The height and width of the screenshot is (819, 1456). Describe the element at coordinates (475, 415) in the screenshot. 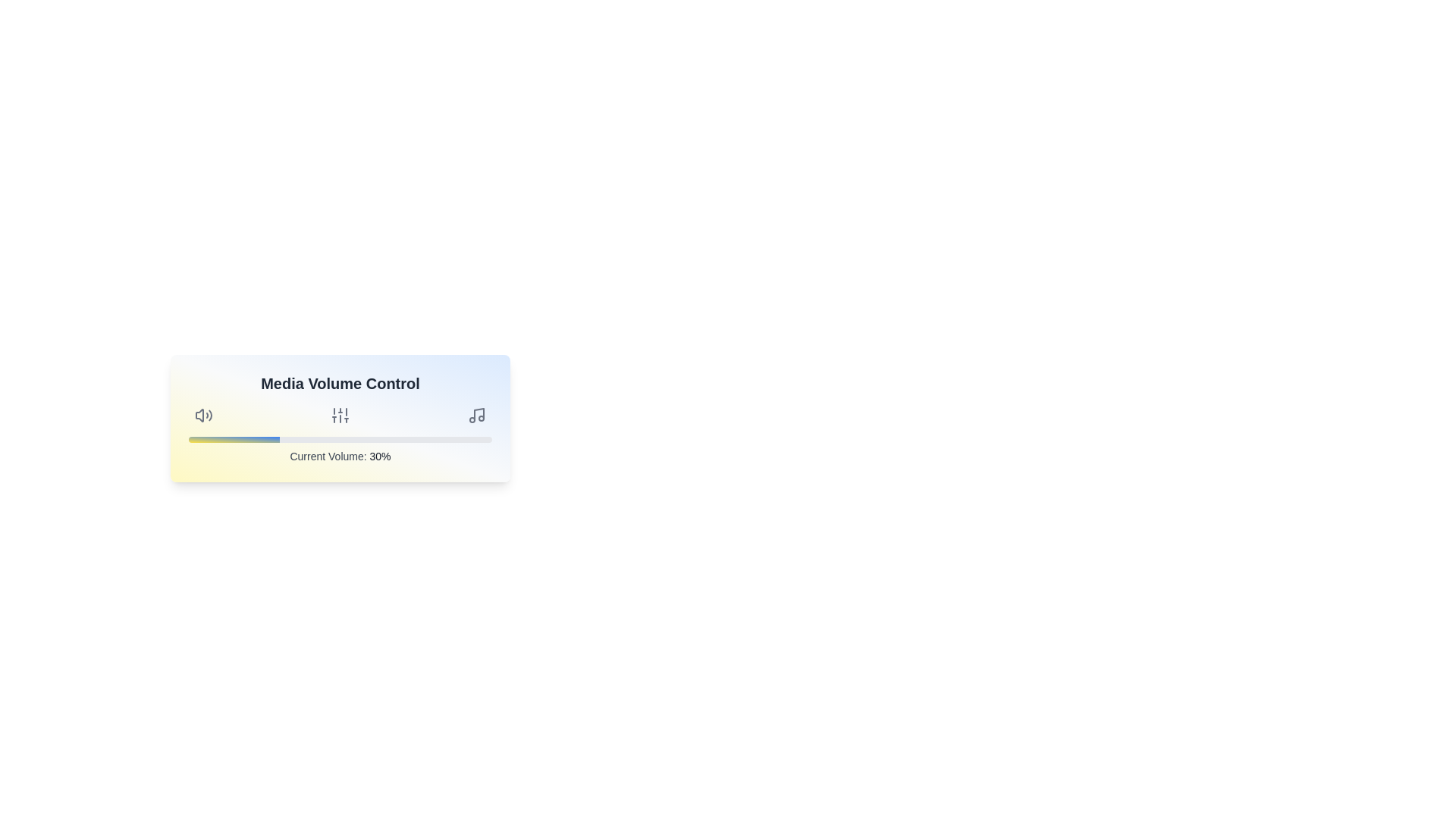

I see `the musical note icon, which is the rightmost icon in the media control interface` at that location.